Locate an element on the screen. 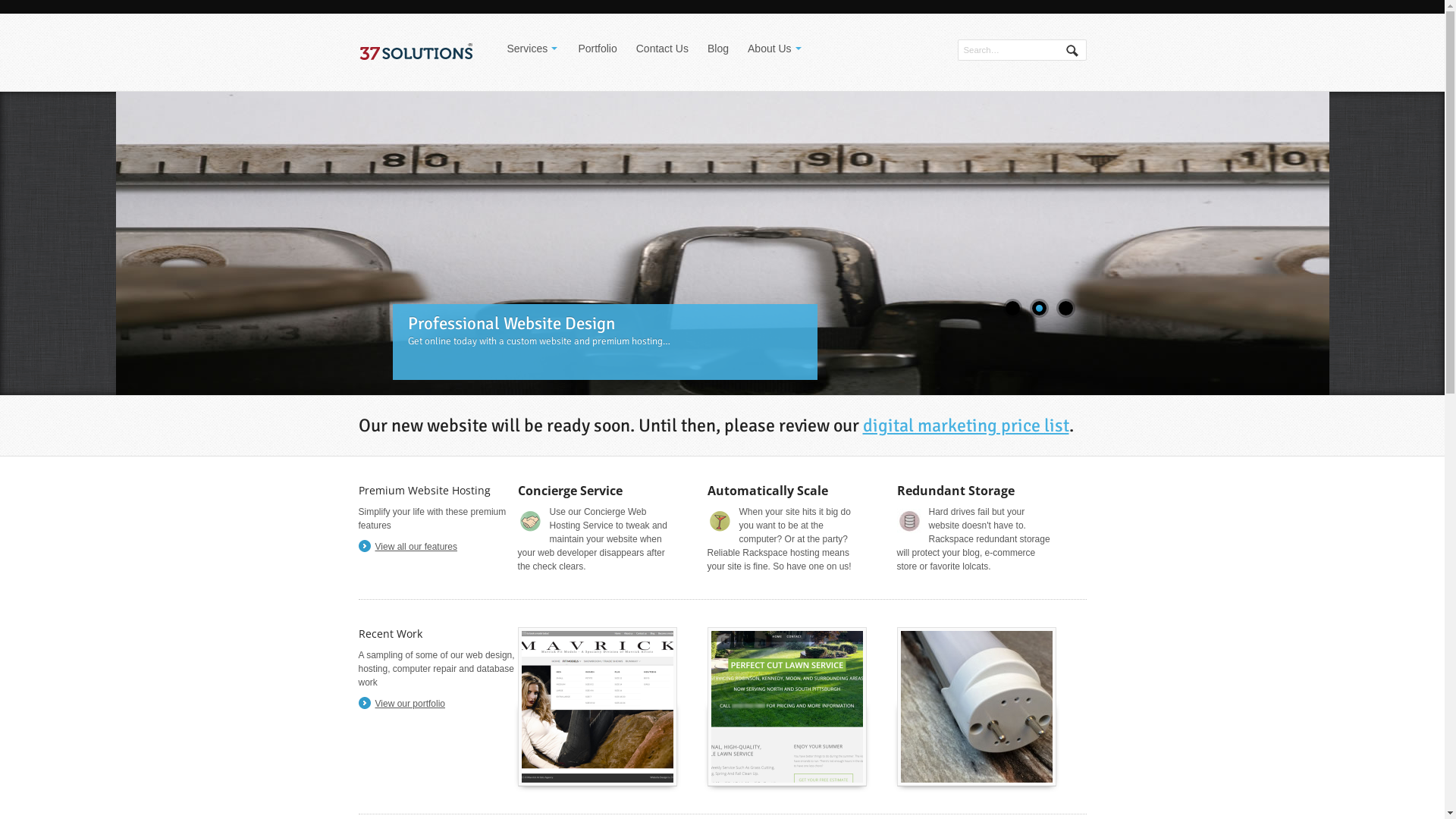 The width and height of the screenshot is (1456, 819). 'View all our features' is located at coordinates (408, 547).